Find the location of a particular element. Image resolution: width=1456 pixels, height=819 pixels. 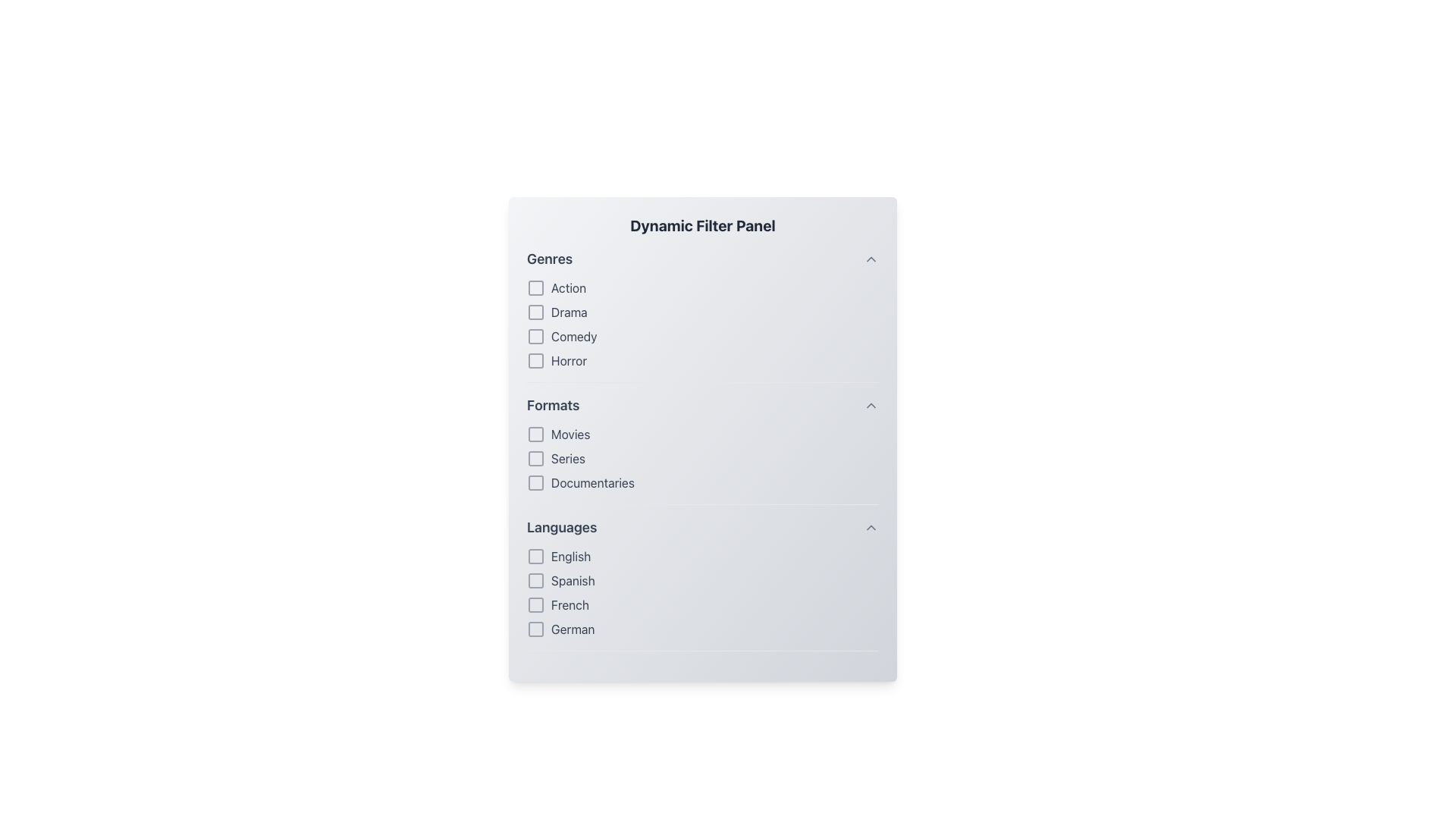

the 'Comedy' genre checkbox is located at coordinates (535, 335).